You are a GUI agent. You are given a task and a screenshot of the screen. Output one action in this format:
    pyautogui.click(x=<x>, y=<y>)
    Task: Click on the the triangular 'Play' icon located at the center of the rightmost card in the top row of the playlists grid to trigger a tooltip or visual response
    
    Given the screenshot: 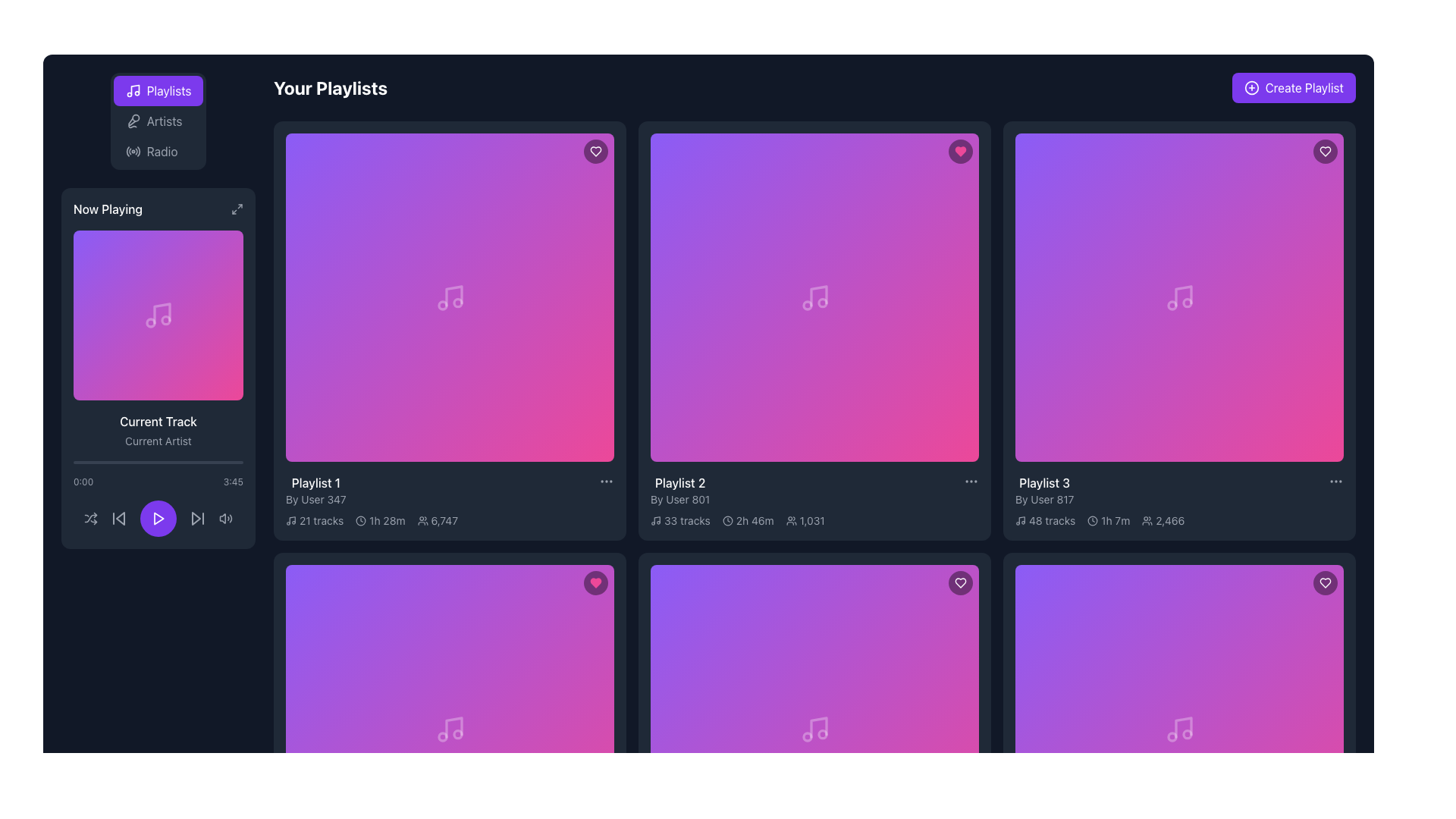 What is the action you would take?
    pyautogui.click(x=1179, y=297)
    